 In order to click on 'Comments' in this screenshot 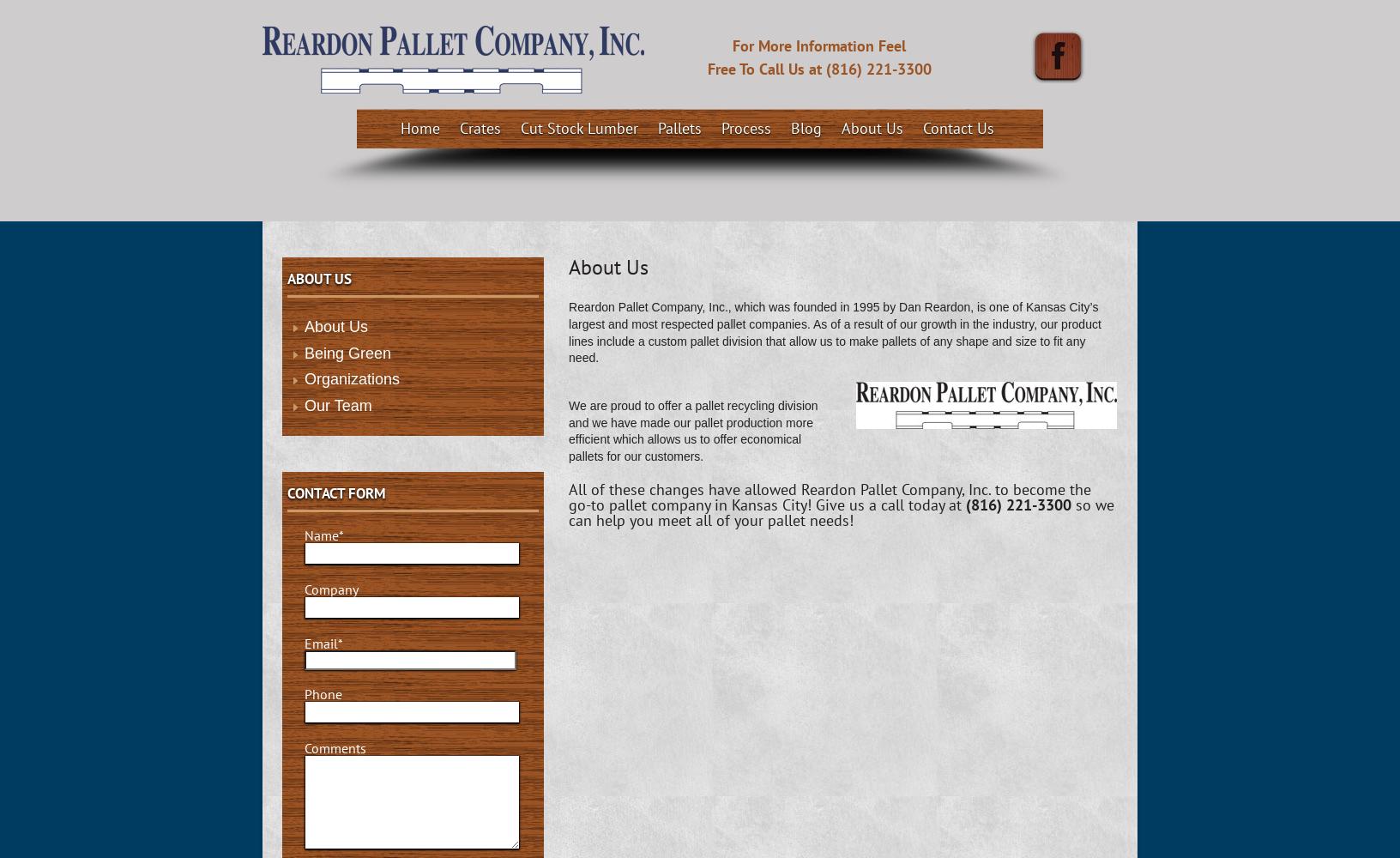, I will do `click(335, 747)`.